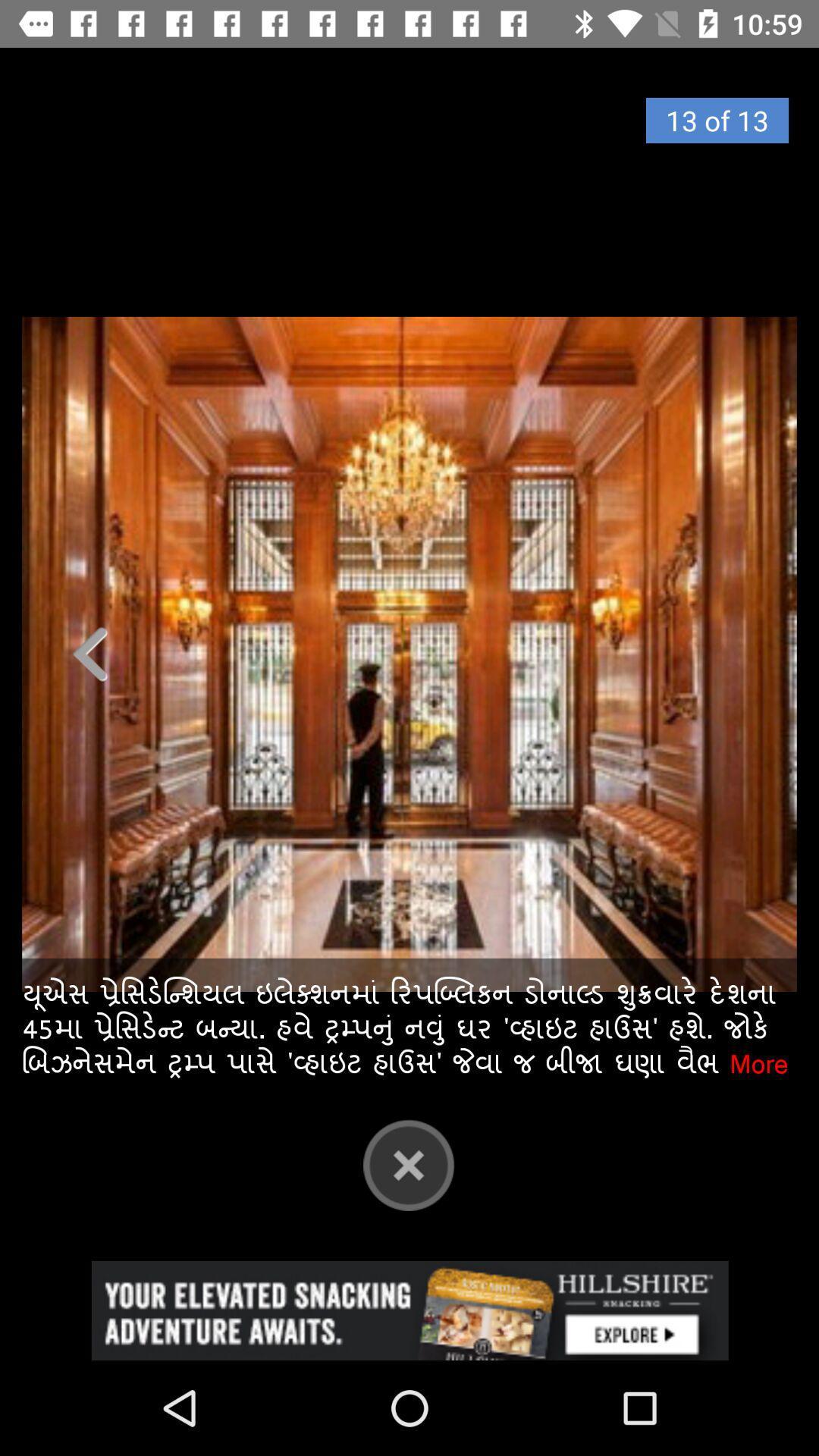  What do you see at coordinates (408, 1164) in the screenshot?
I see `close` at bounding box center [408, 1164].